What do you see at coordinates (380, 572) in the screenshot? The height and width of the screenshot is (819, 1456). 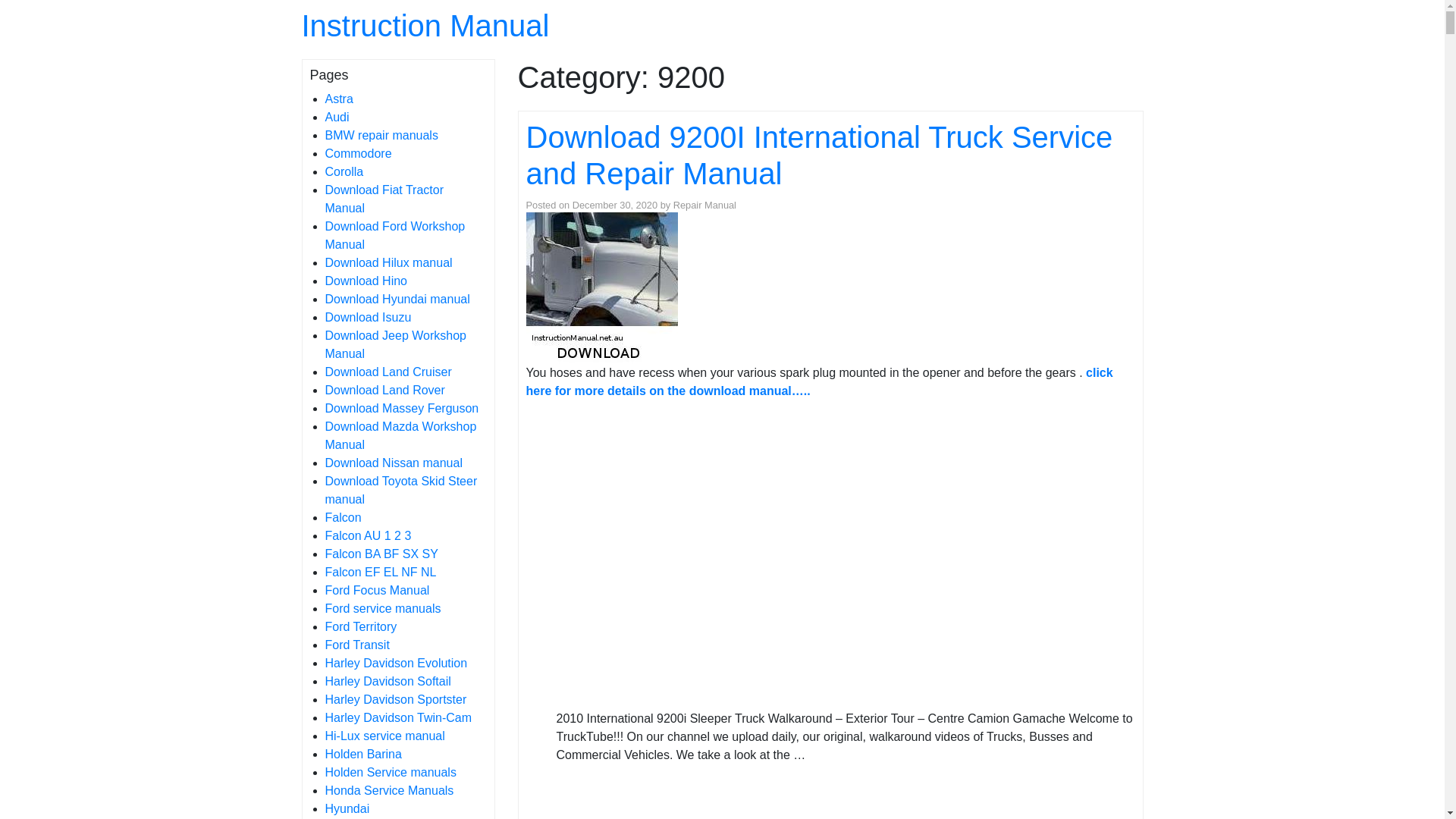 I see `'Falcon EF EL NF NL'` at bounding box center [380, 572].